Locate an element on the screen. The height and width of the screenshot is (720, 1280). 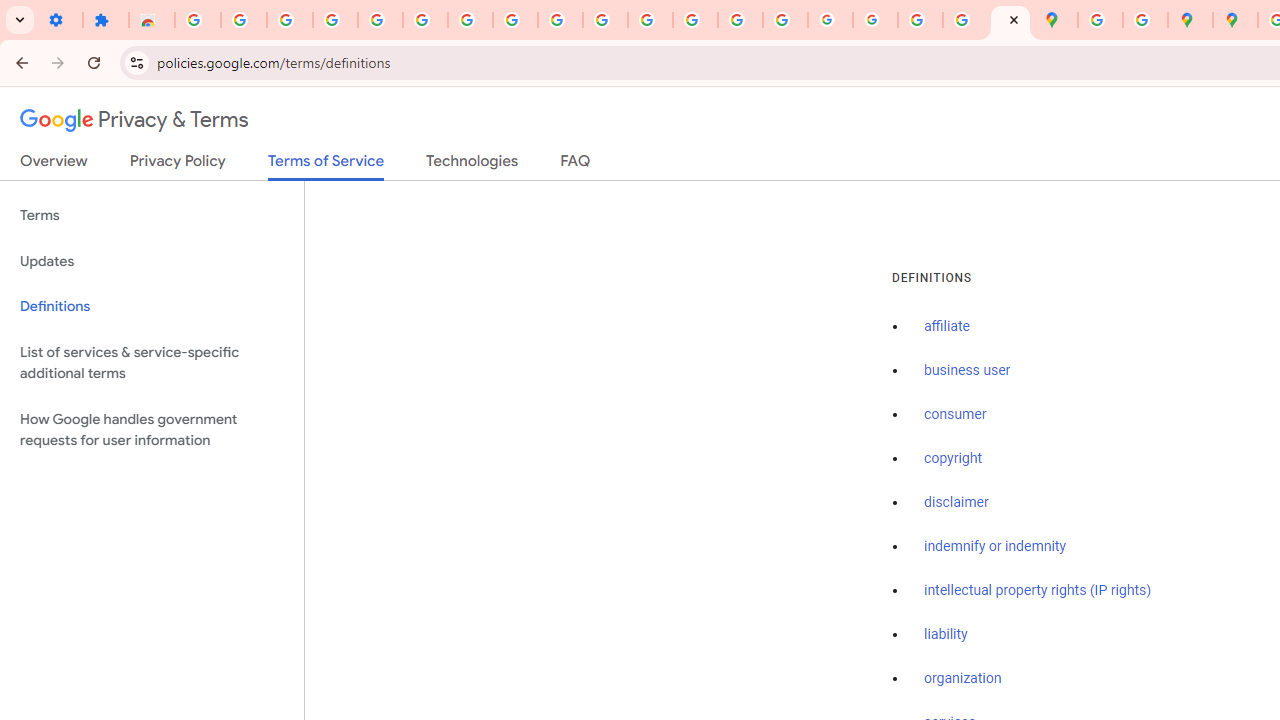
'business user' is located at coordinates (967, 371).